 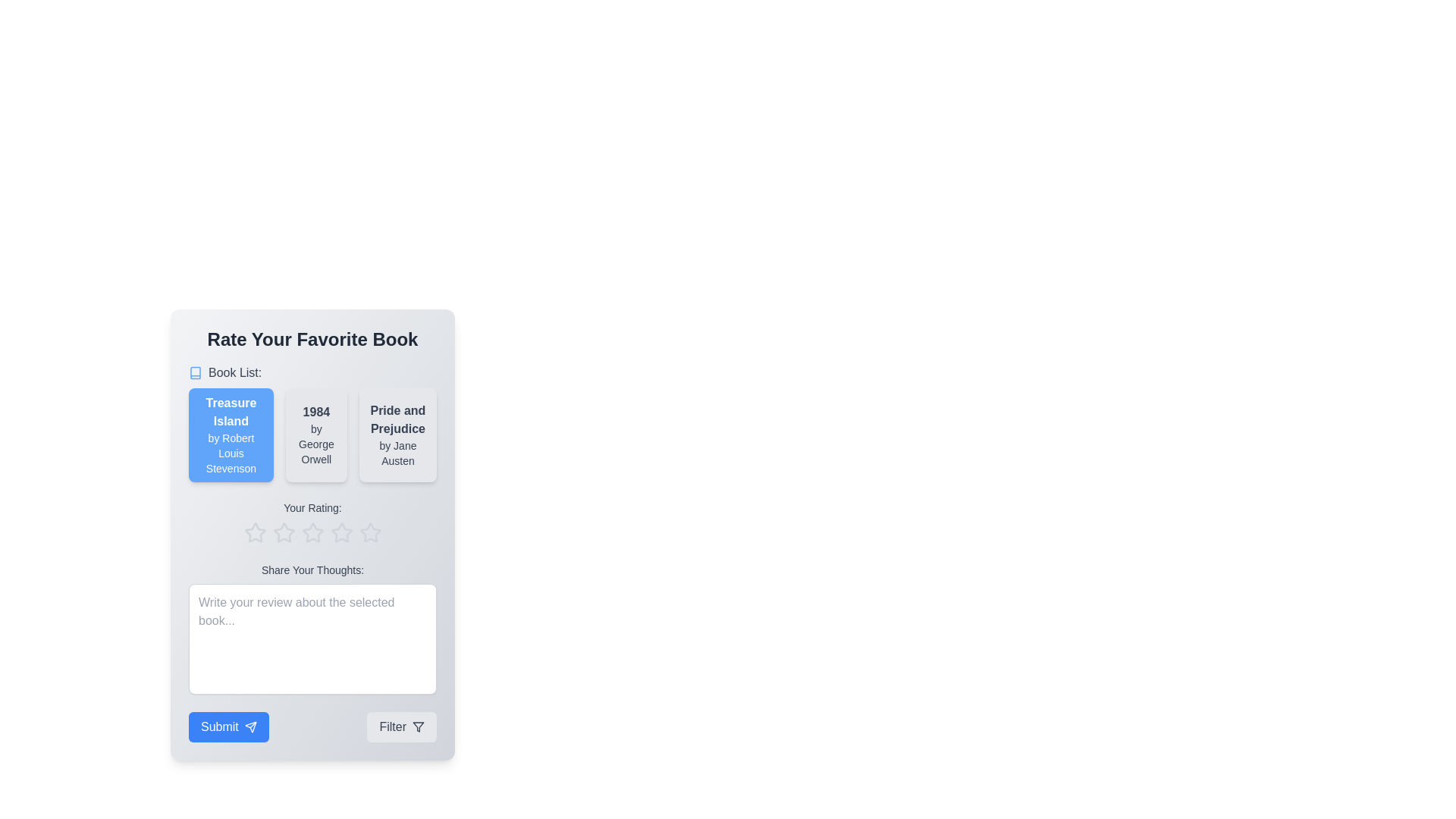 I want to click on the text label 'Your Rating:' which is a bold heading above the rating stars in the 'Rate Your Favorite Book' section, so click(x=312, y=508).